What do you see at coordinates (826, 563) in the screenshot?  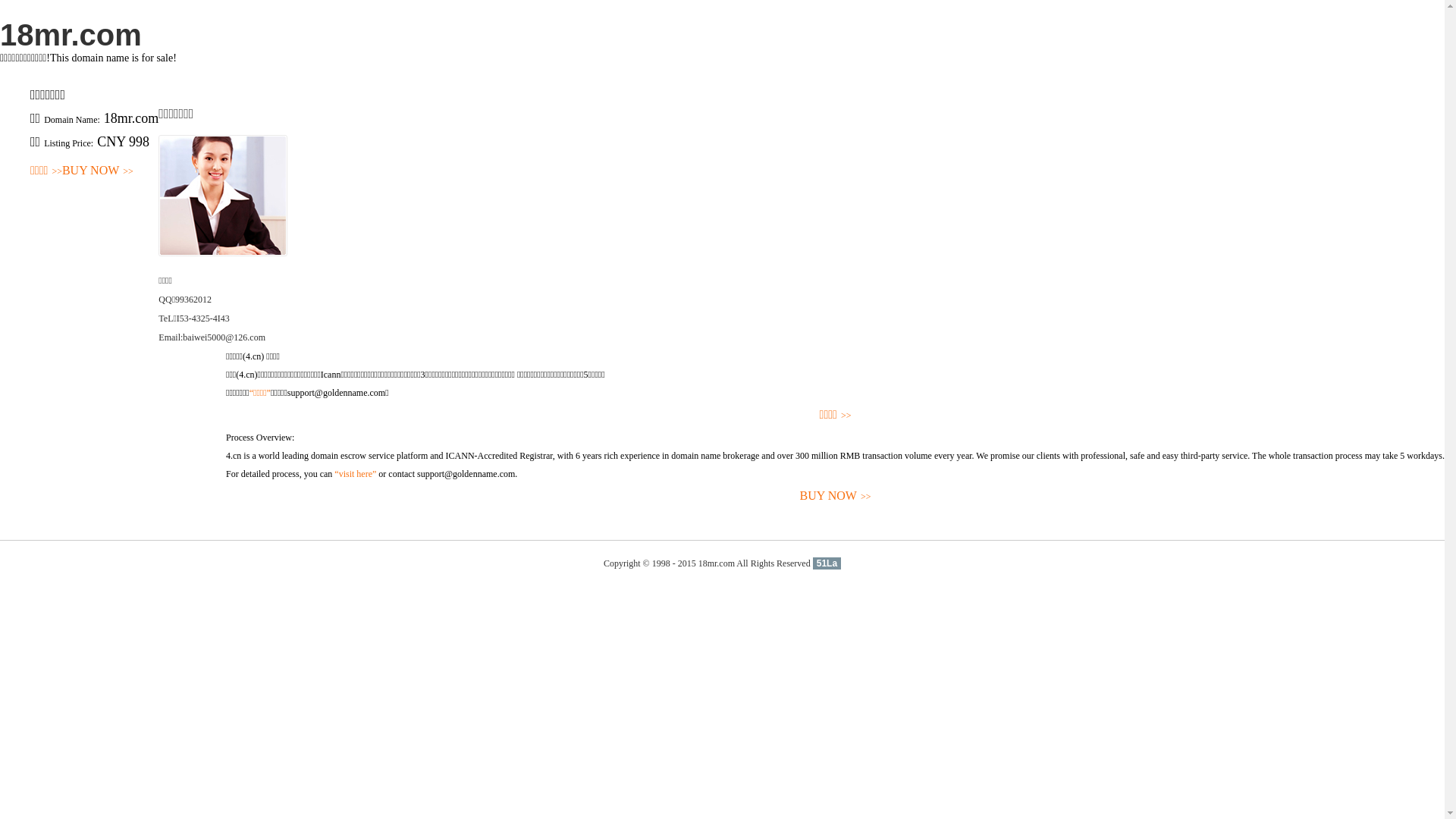 I see `'51La'` at bounding box center [826, 563].